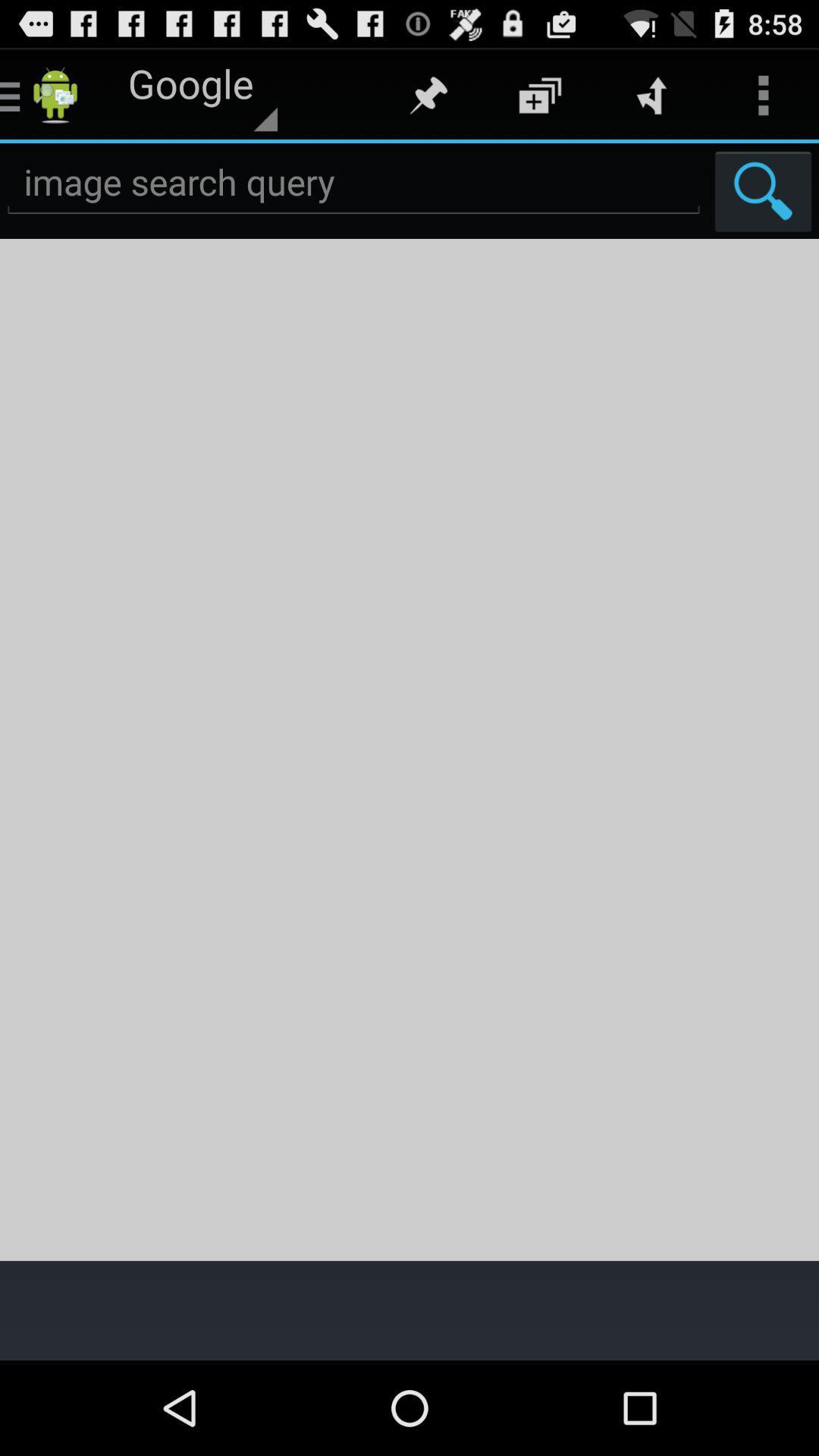 Image resolution: width=819 pixels, height=1456 pixels. Describe the element at coordinates (353, 182) in the screenshot. I see `the search option` at that location.